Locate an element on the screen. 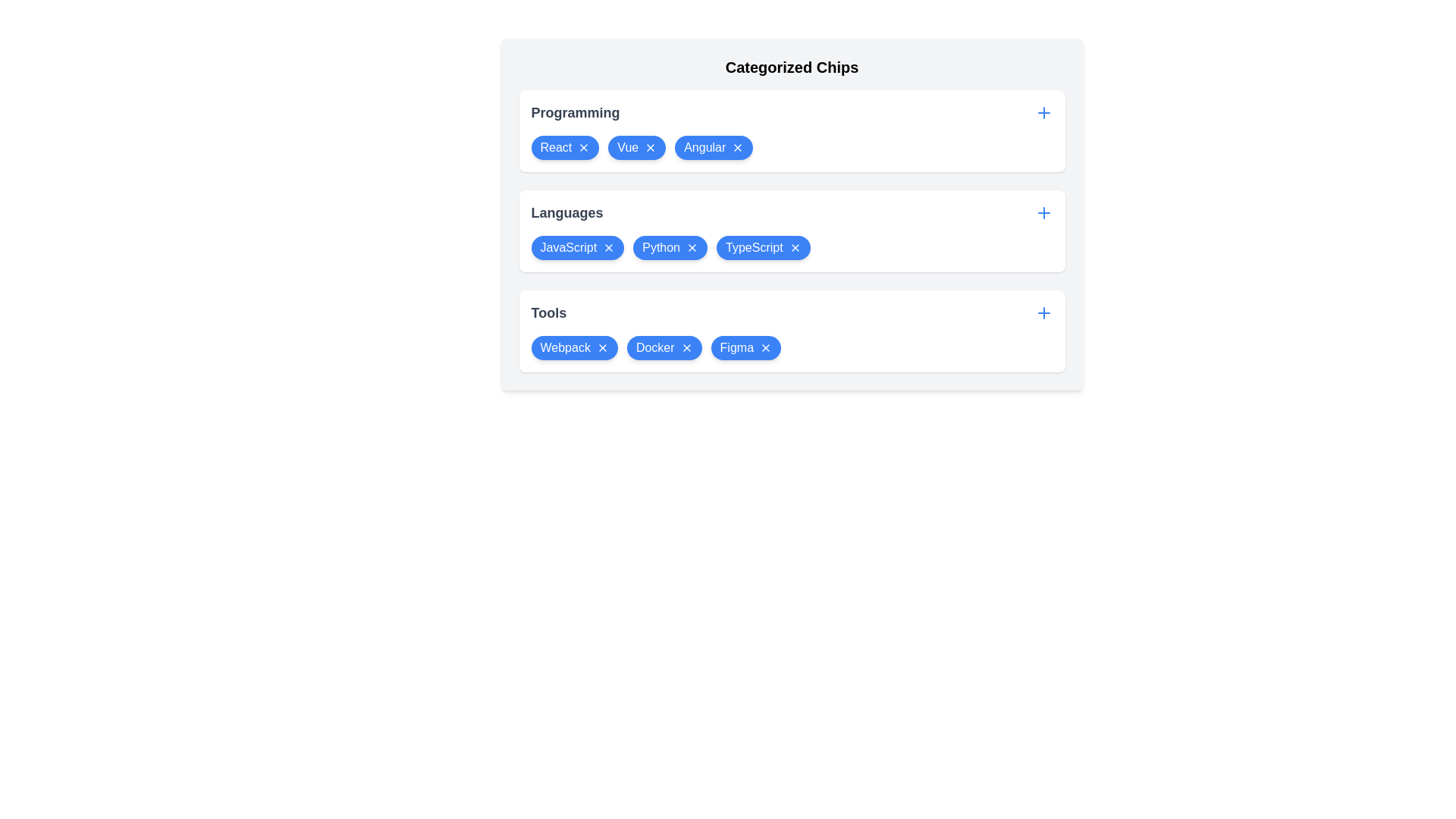 The height and width of the screenshot is (819, 1456). plus button for the Programming category to add a new item is located at coordinates (1043, 112).